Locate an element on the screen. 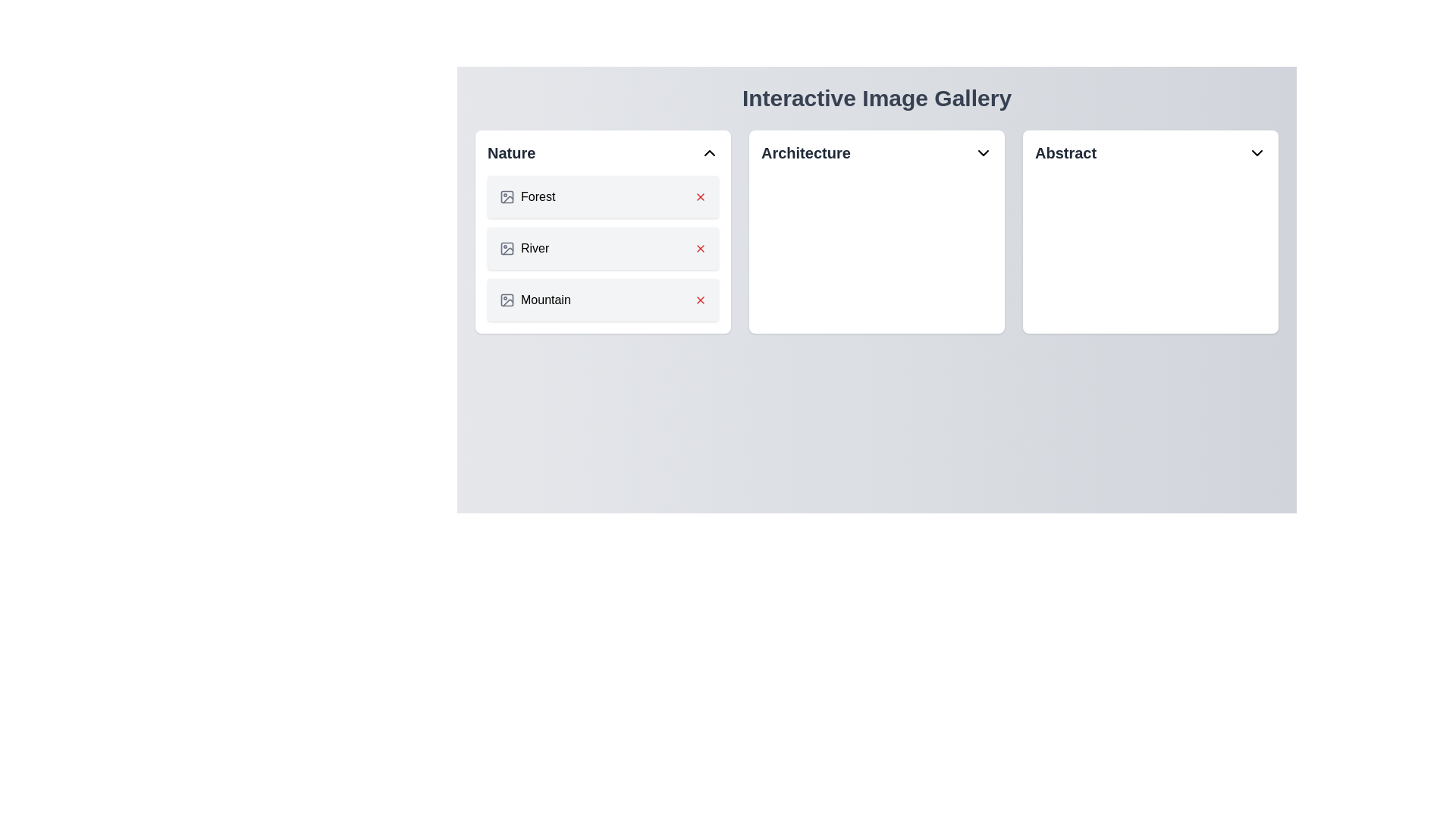 The image size is (1456, 819). the third item in the 'Nature' category list, which represents the 'Mountain' option is located at coordinates (535, 300).